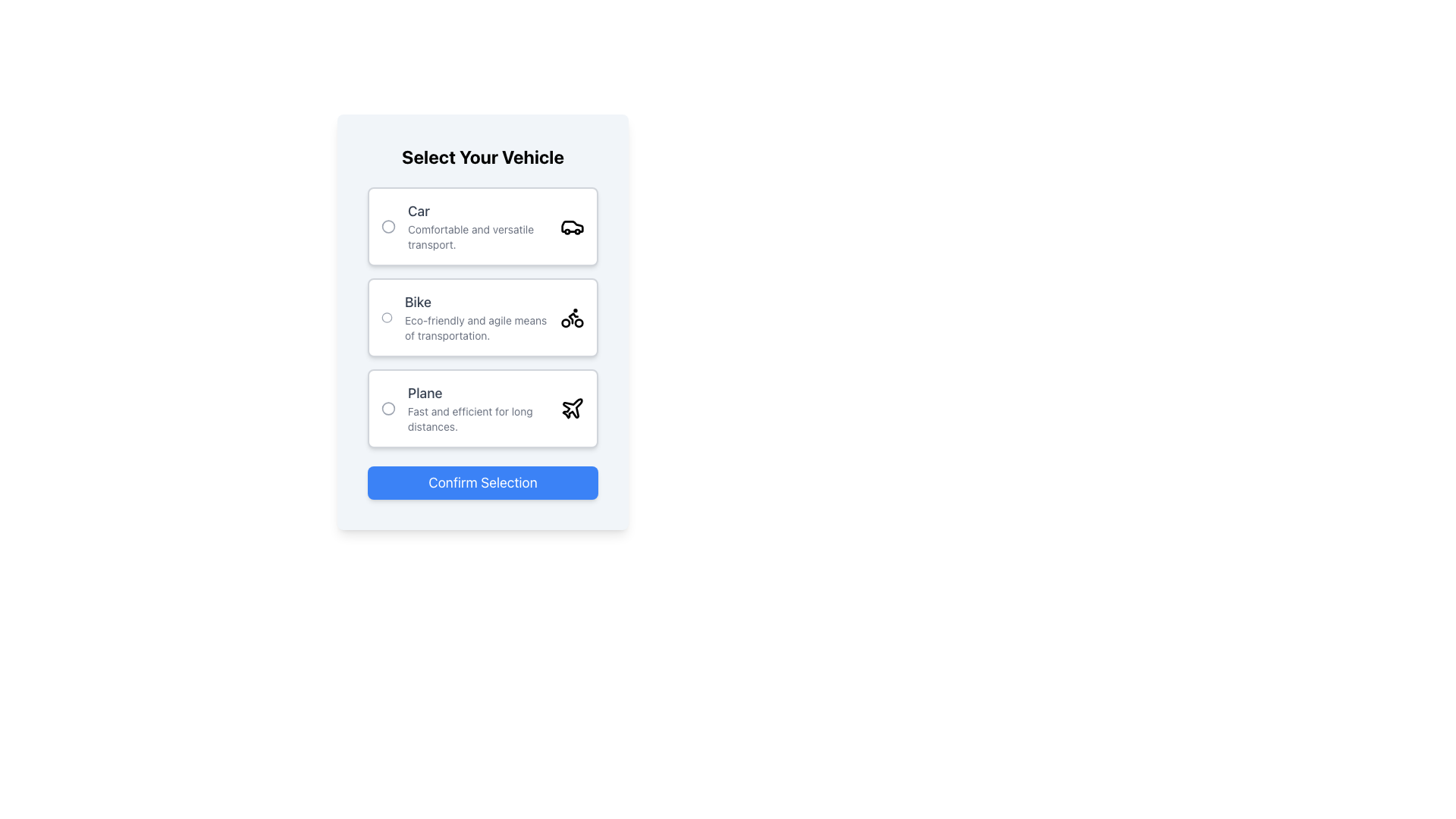 This screenshot has width=1456, height=819. Describe the element at coordinates (477, 227) in the screenshot. I see `the Text Block element that displays the word 'Car' in a larger, bold font, indicating it as the first option in a list of transport modes` at that location.